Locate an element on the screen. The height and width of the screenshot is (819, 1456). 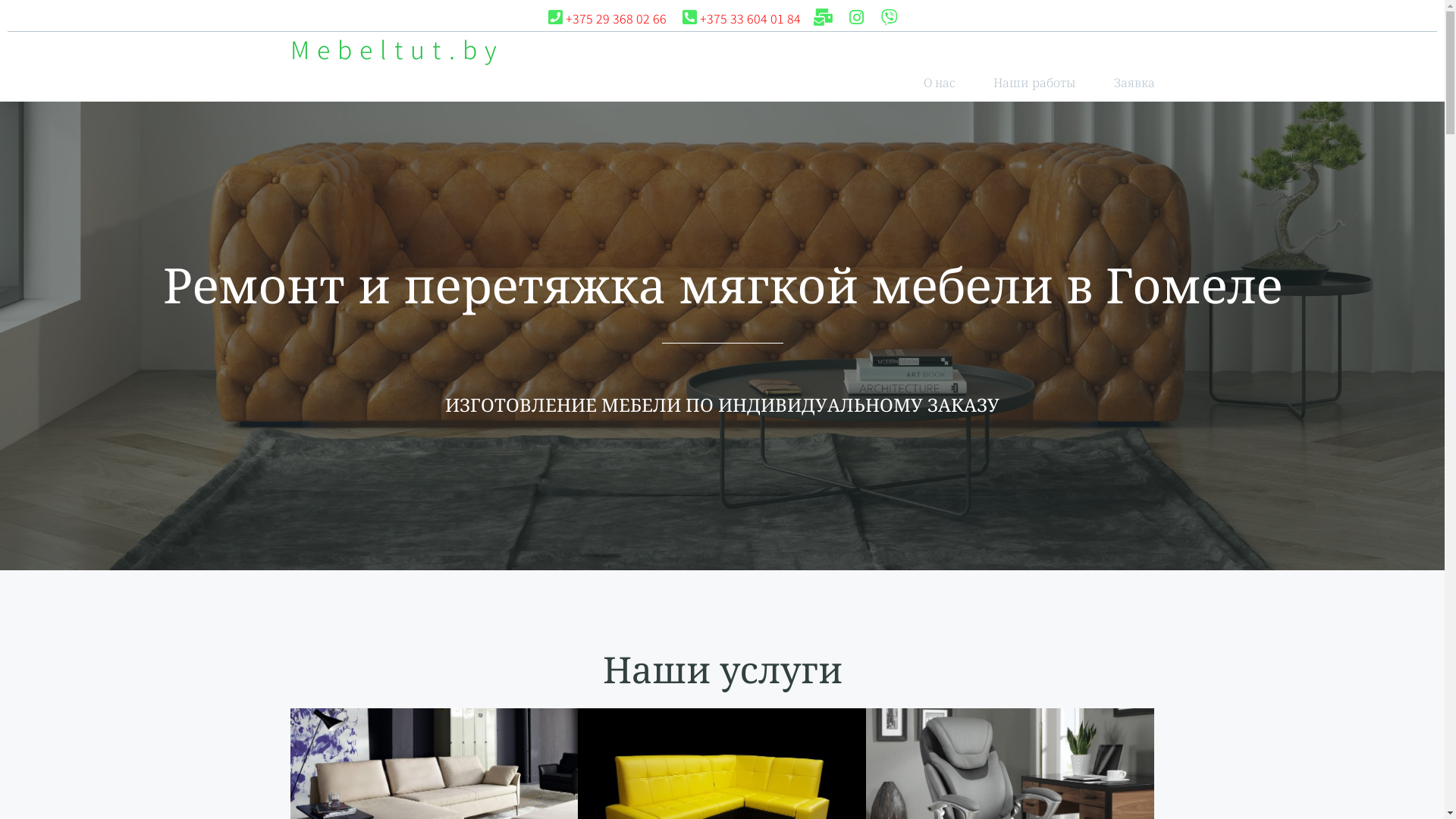
'+375 33 604 01 84' is located at coordinates (739, 18).